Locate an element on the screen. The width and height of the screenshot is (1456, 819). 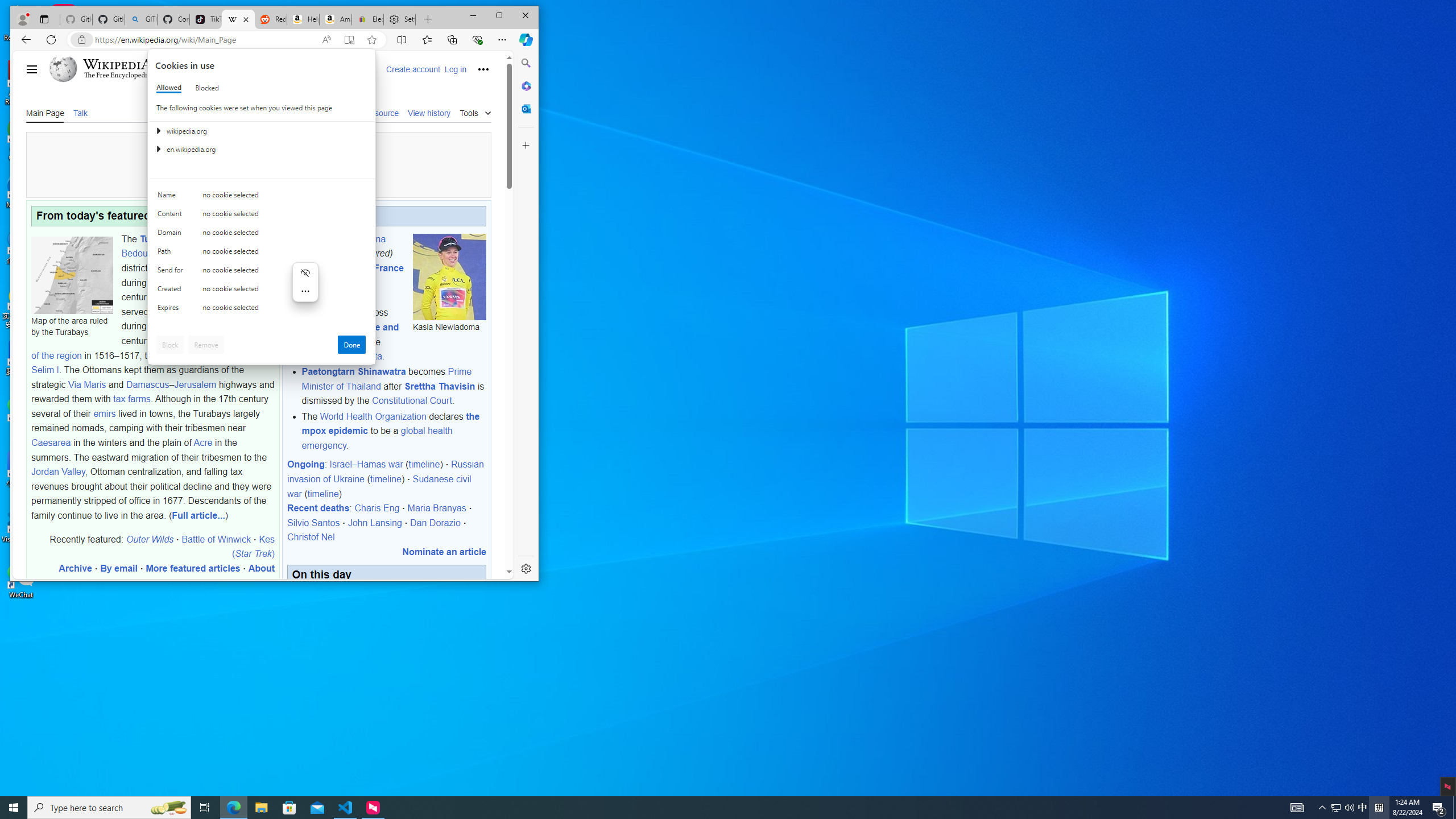
'Tray Input Indicator - Chinese (Simplified, China)' is located at coordinates (1335, 806).